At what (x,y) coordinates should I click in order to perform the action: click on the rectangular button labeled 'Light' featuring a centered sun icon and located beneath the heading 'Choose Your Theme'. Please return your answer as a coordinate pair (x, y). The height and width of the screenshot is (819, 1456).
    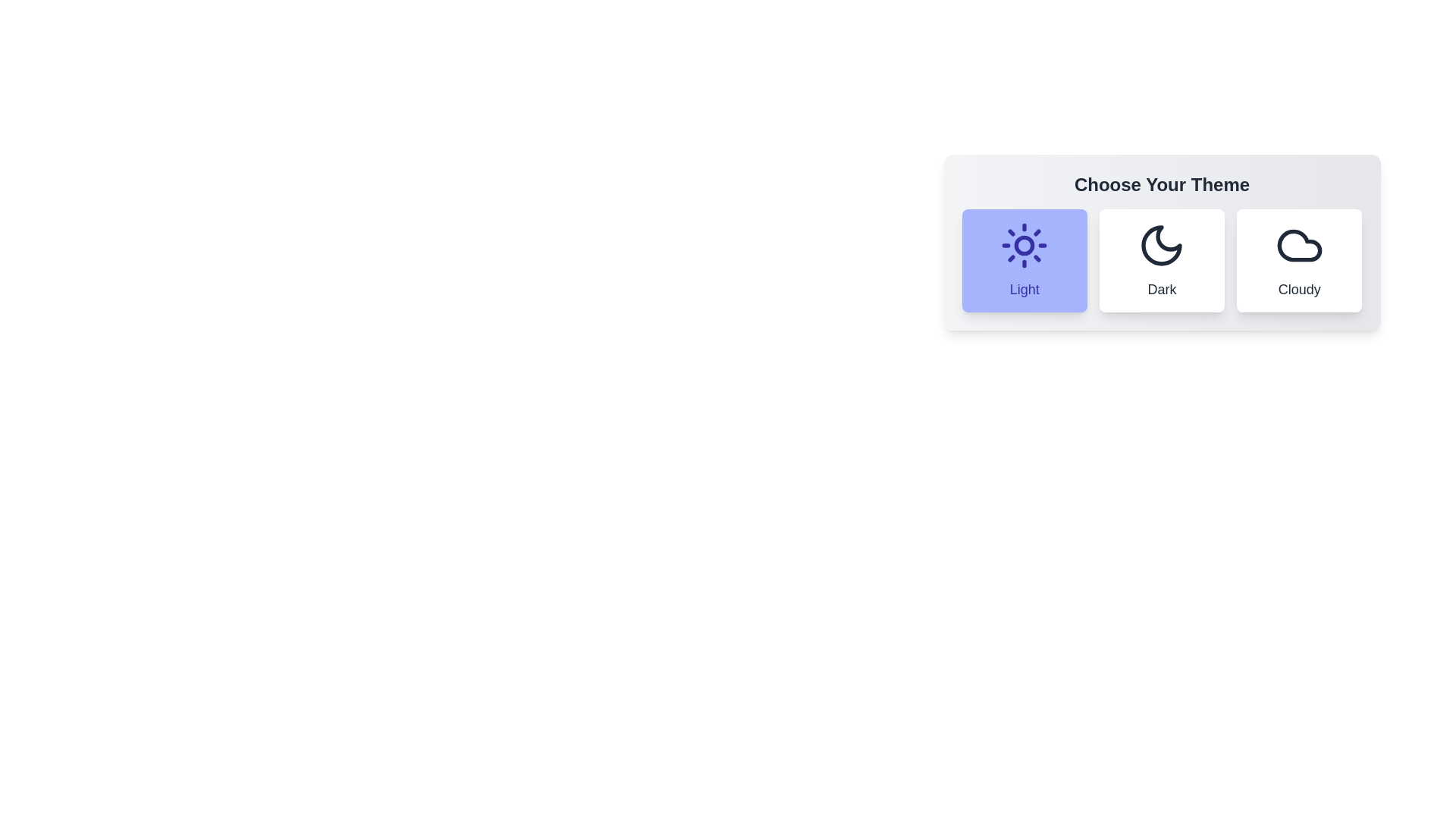
    Looking at the image, I should click on (1024, 259).